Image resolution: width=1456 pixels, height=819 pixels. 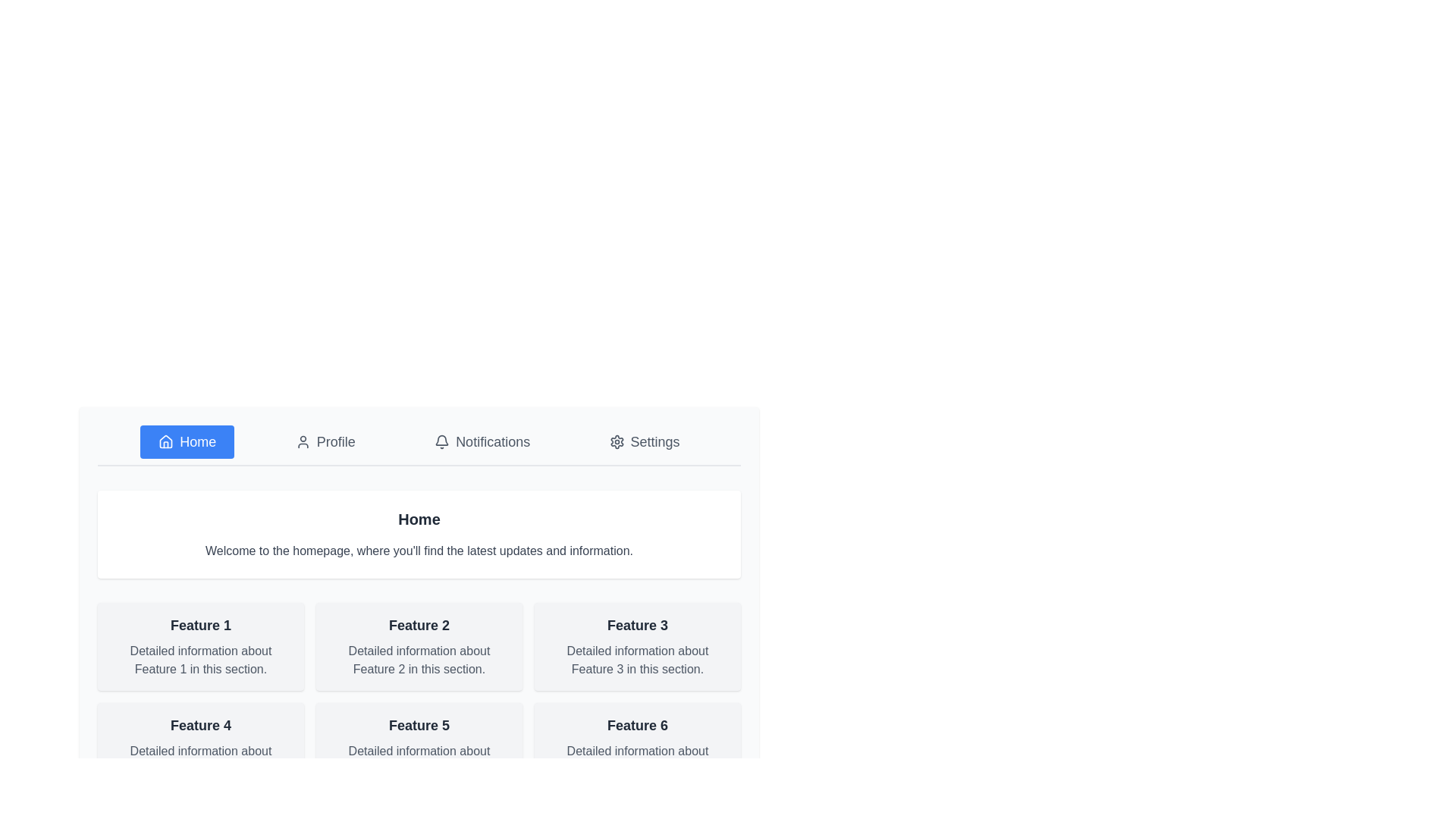 I want to click on the 'Settings' text label, which is styled in gray and located at the rightmost side of the horizontal navigation menu, so click(x=655, y=441).